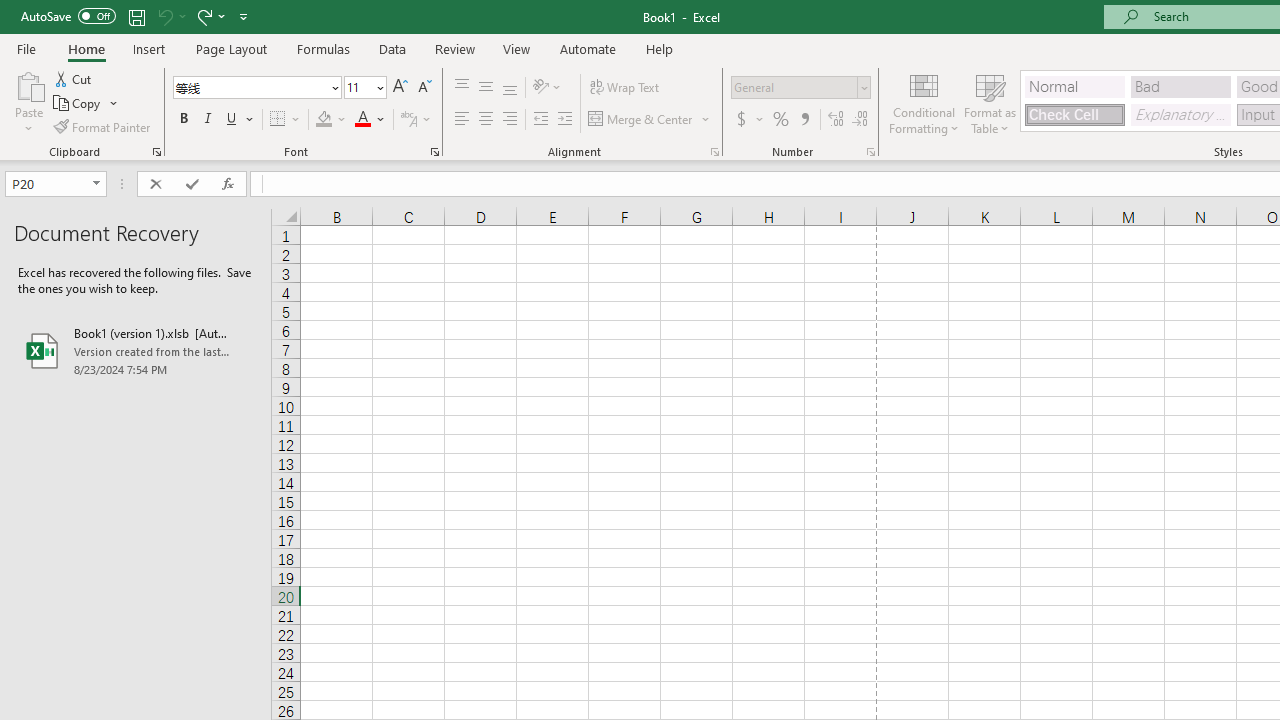 Image resolution: width=1280 pixels, height=720 pixels. I want to click on 'Copy', so click(85, 103).